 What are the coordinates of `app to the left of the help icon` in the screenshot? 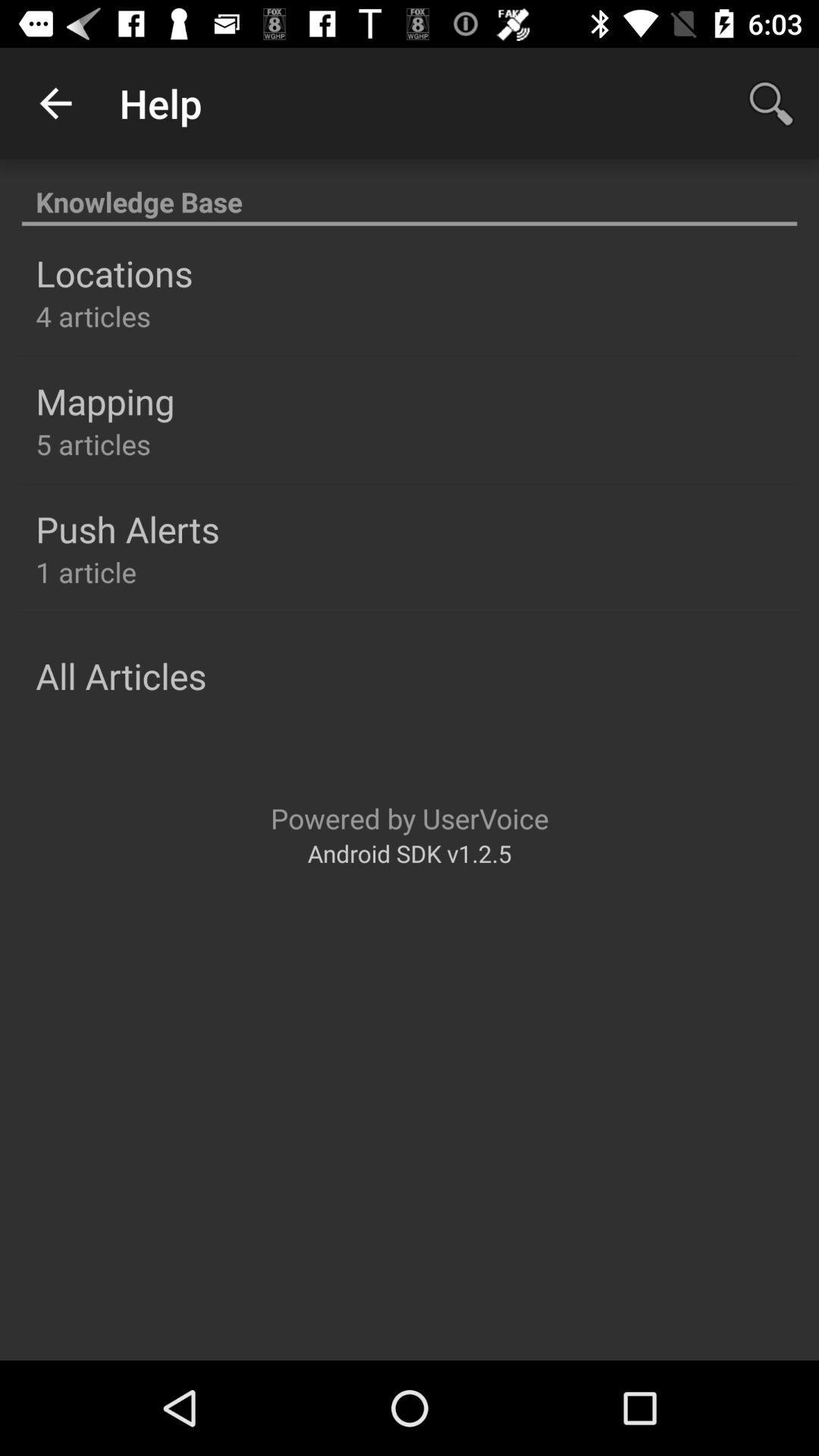 It's located at (55, 102).